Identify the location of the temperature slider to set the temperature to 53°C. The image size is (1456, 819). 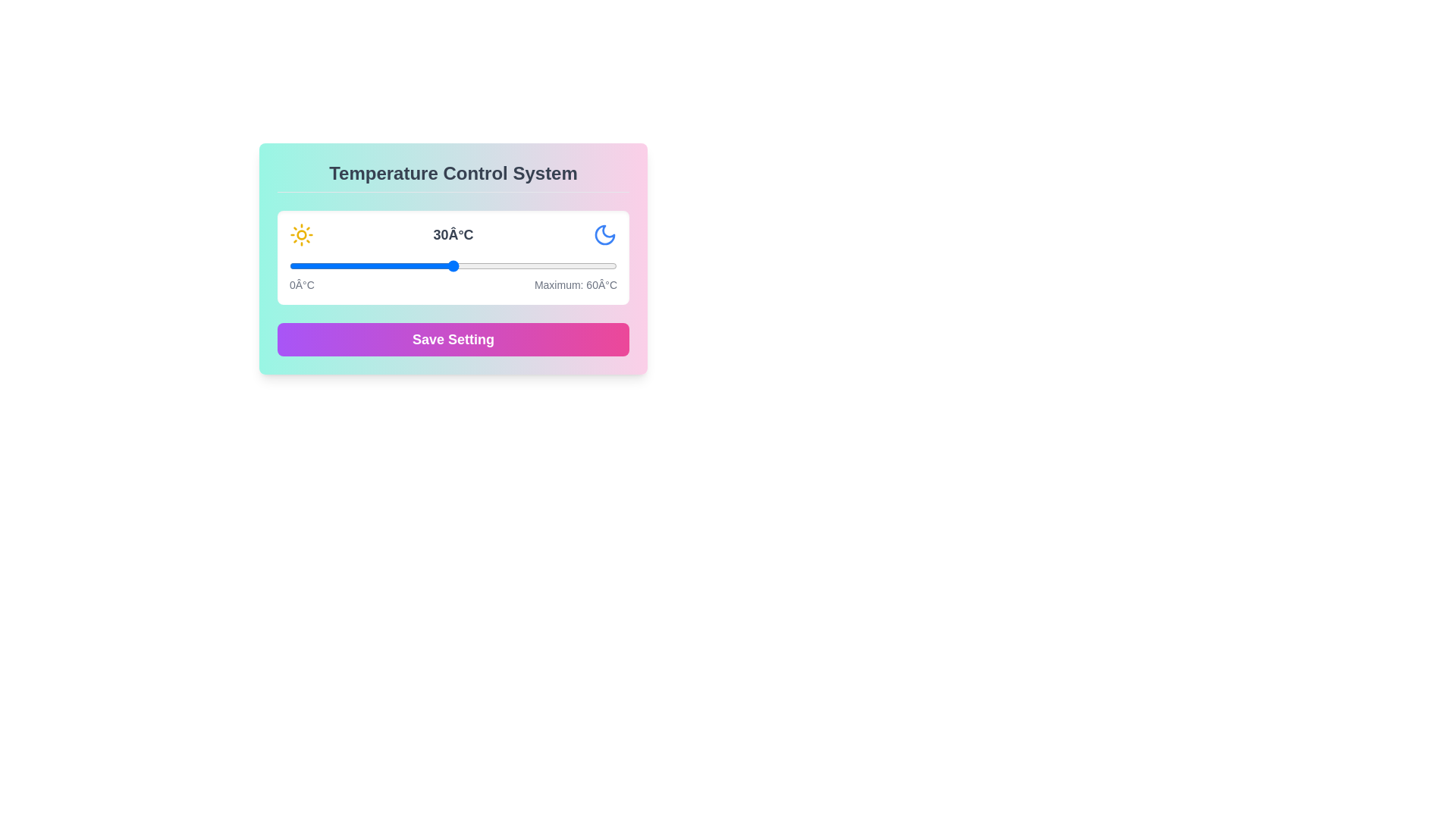
(578, 265).